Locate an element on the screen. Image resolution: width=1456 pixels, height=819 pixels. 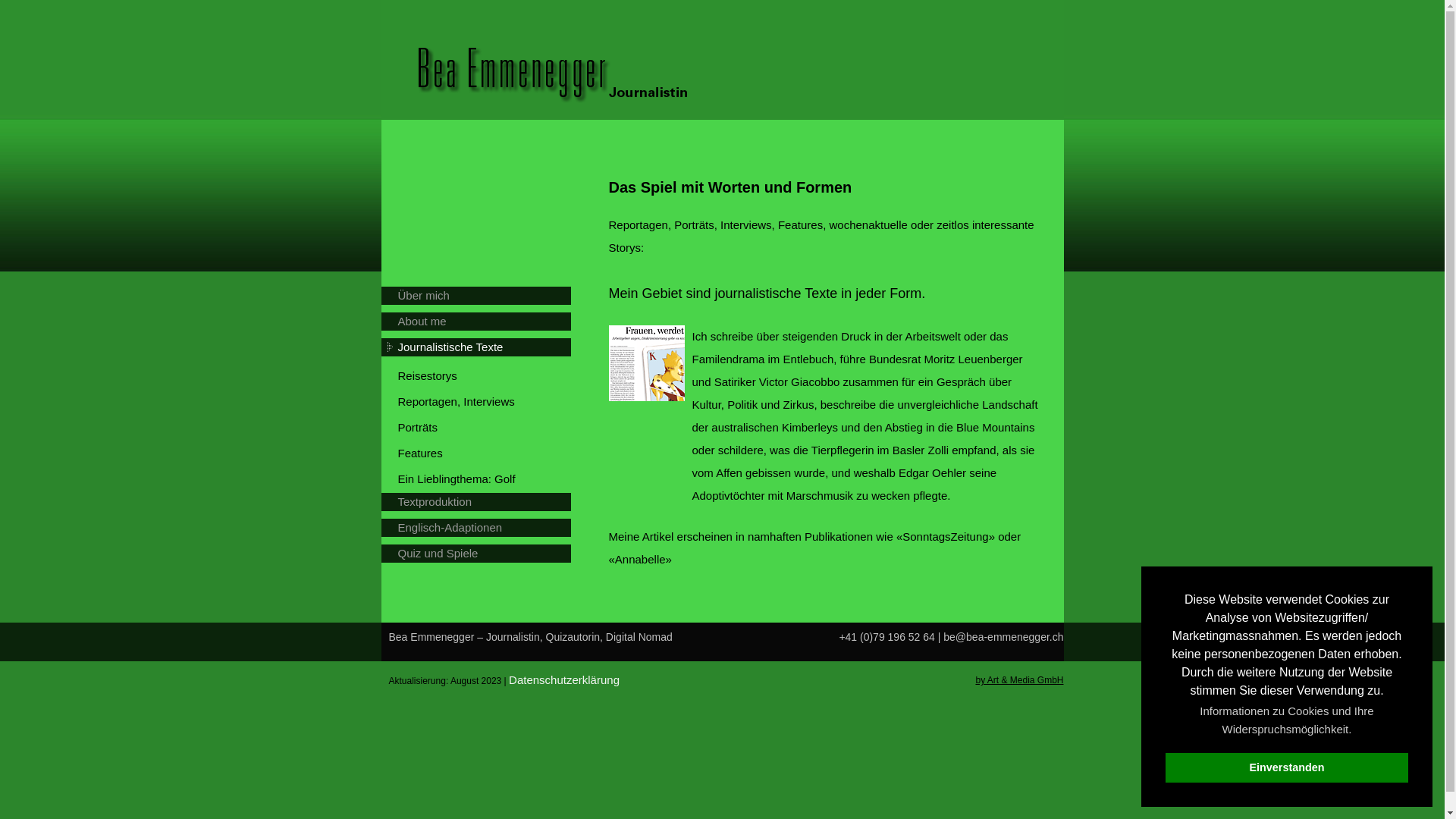
'Journalistische Texte' is located at coordinates (397, 347).